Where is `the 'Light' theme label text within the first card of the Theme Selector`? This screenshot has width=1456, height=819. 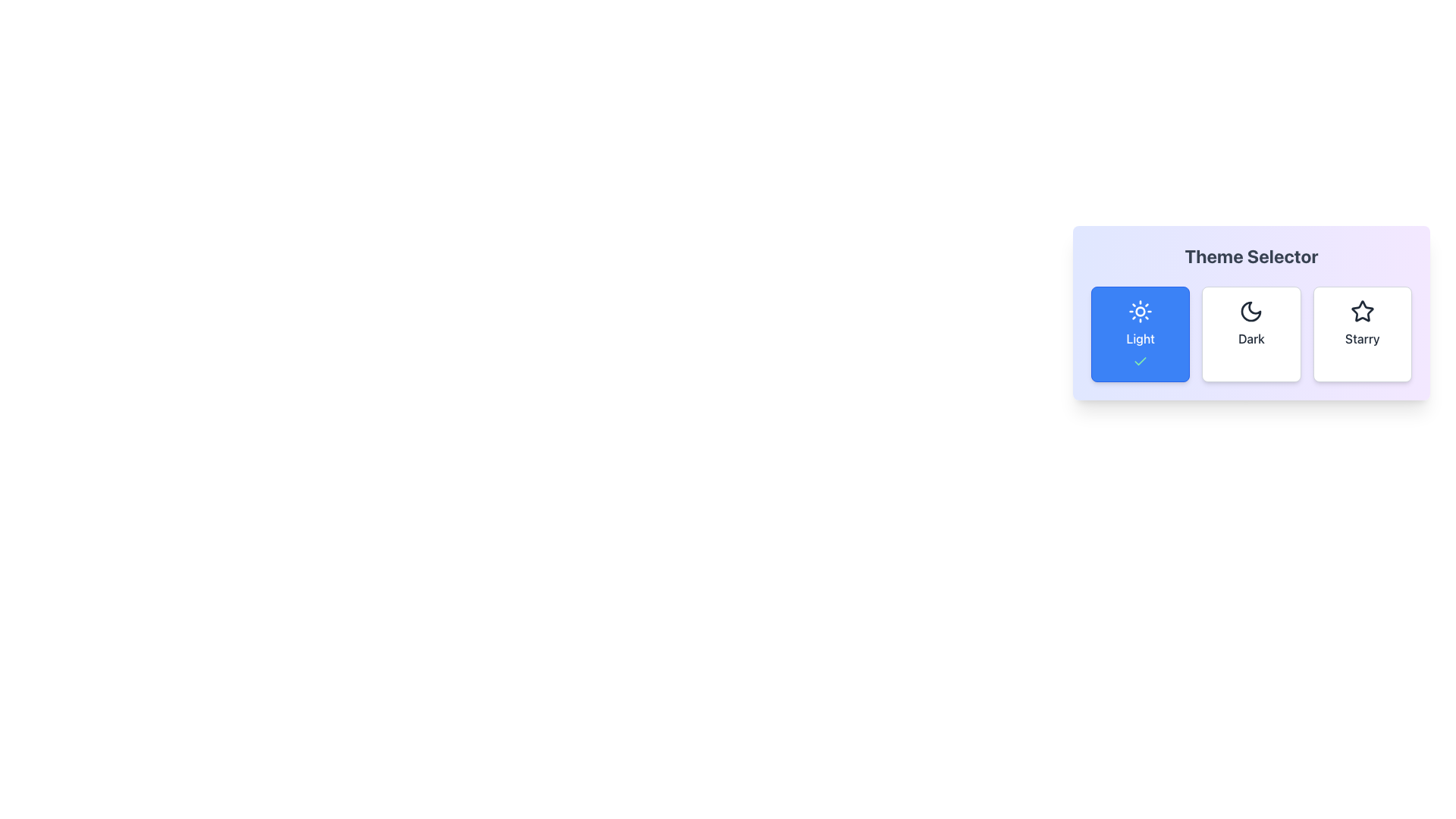 the 'Light' theme label text within the first card of the Theme Selector is located at coordinates (1141, 338).